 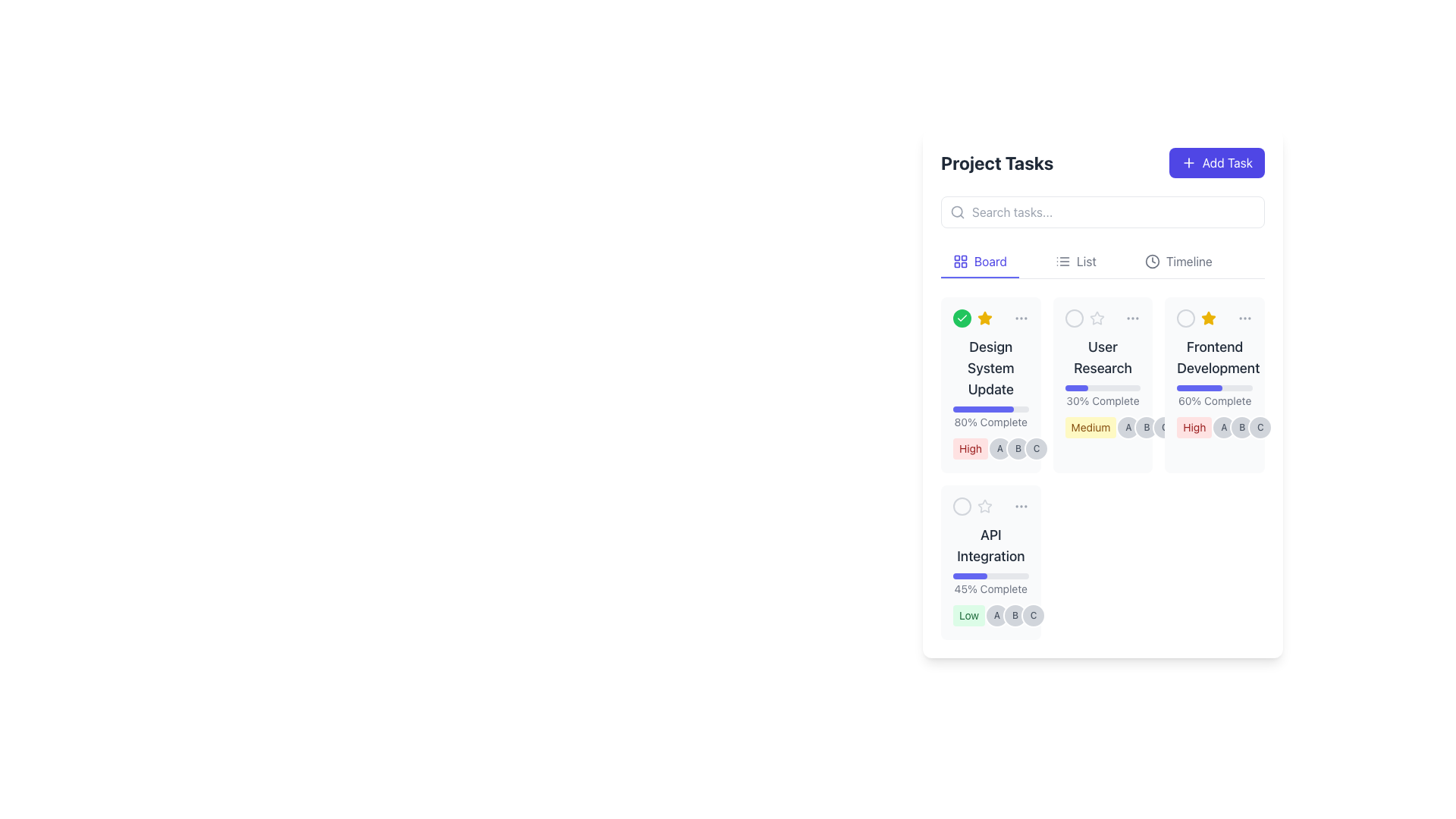 I want to click on text content of the 'API Integration' text block, which is styled with a large font size and medium weight, located above a progress bar in the bottom row of the task cards, so click(x=990, y=546).